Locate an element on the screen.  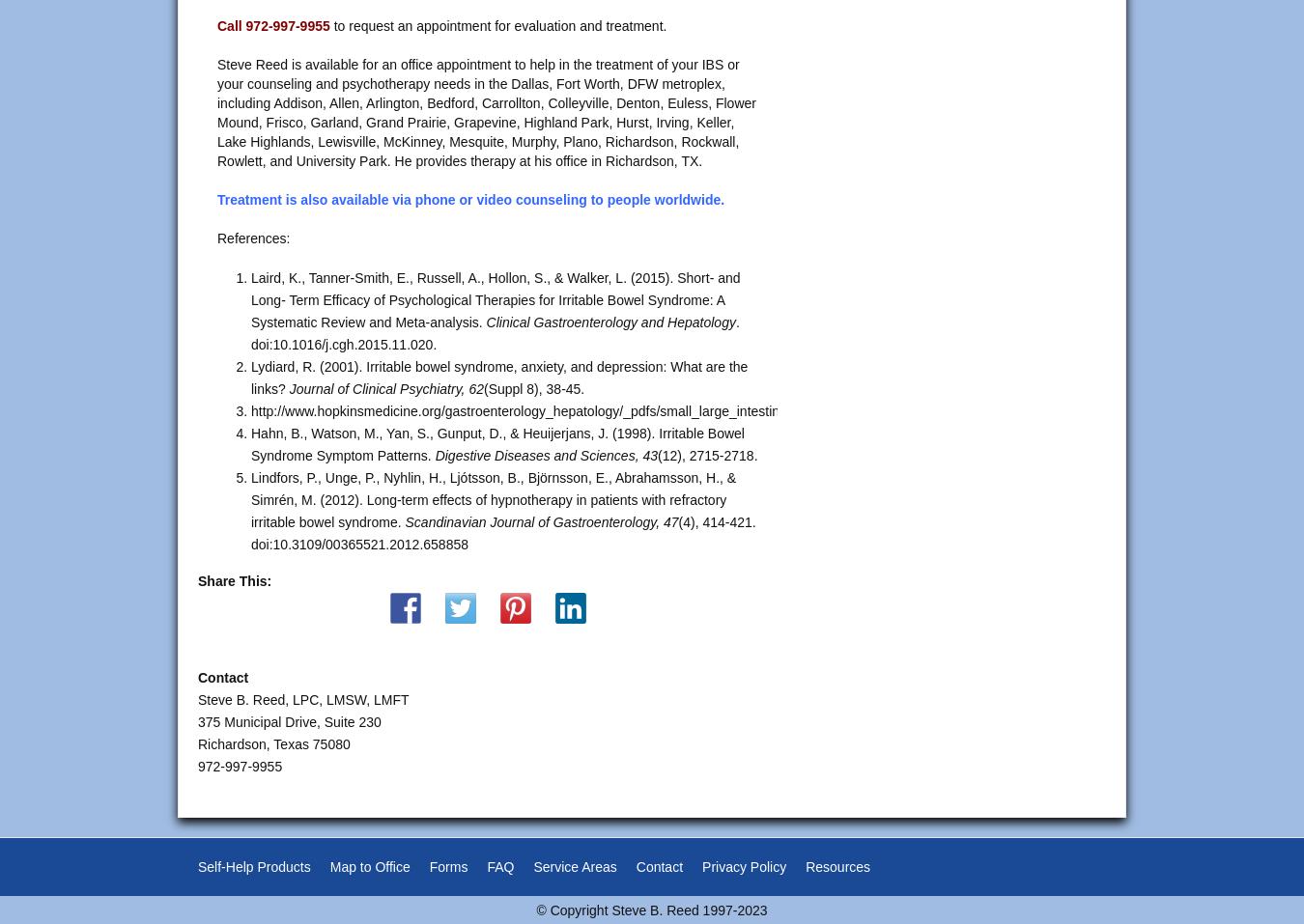
'© Copyright Steve B. Reed 1997-2023' is located at coordinates (534, 910).